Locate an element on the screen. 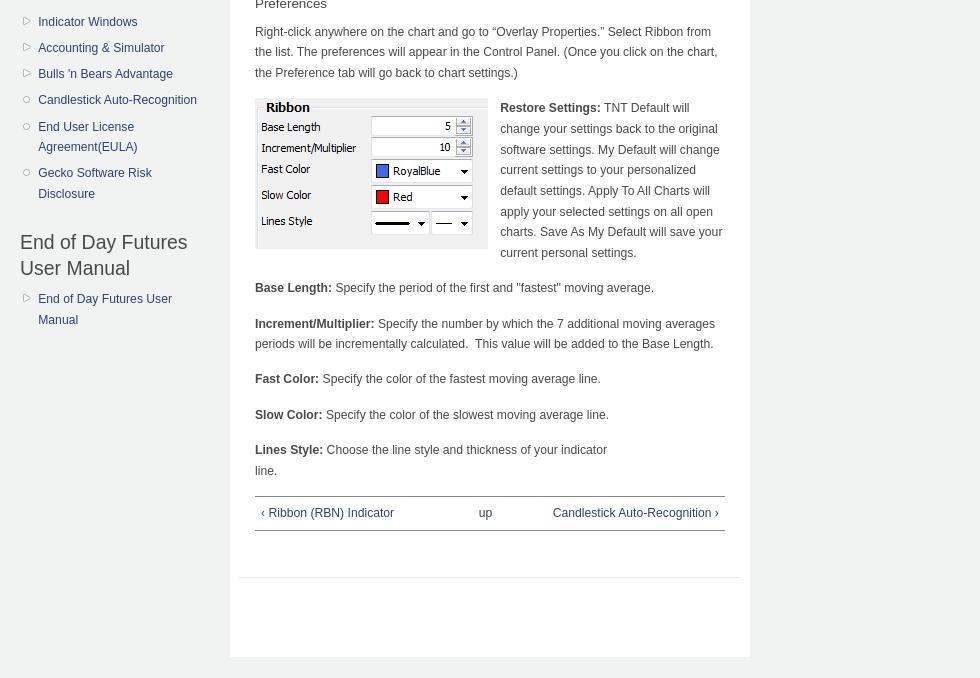  'line.' is located at coordinates (265, 468).